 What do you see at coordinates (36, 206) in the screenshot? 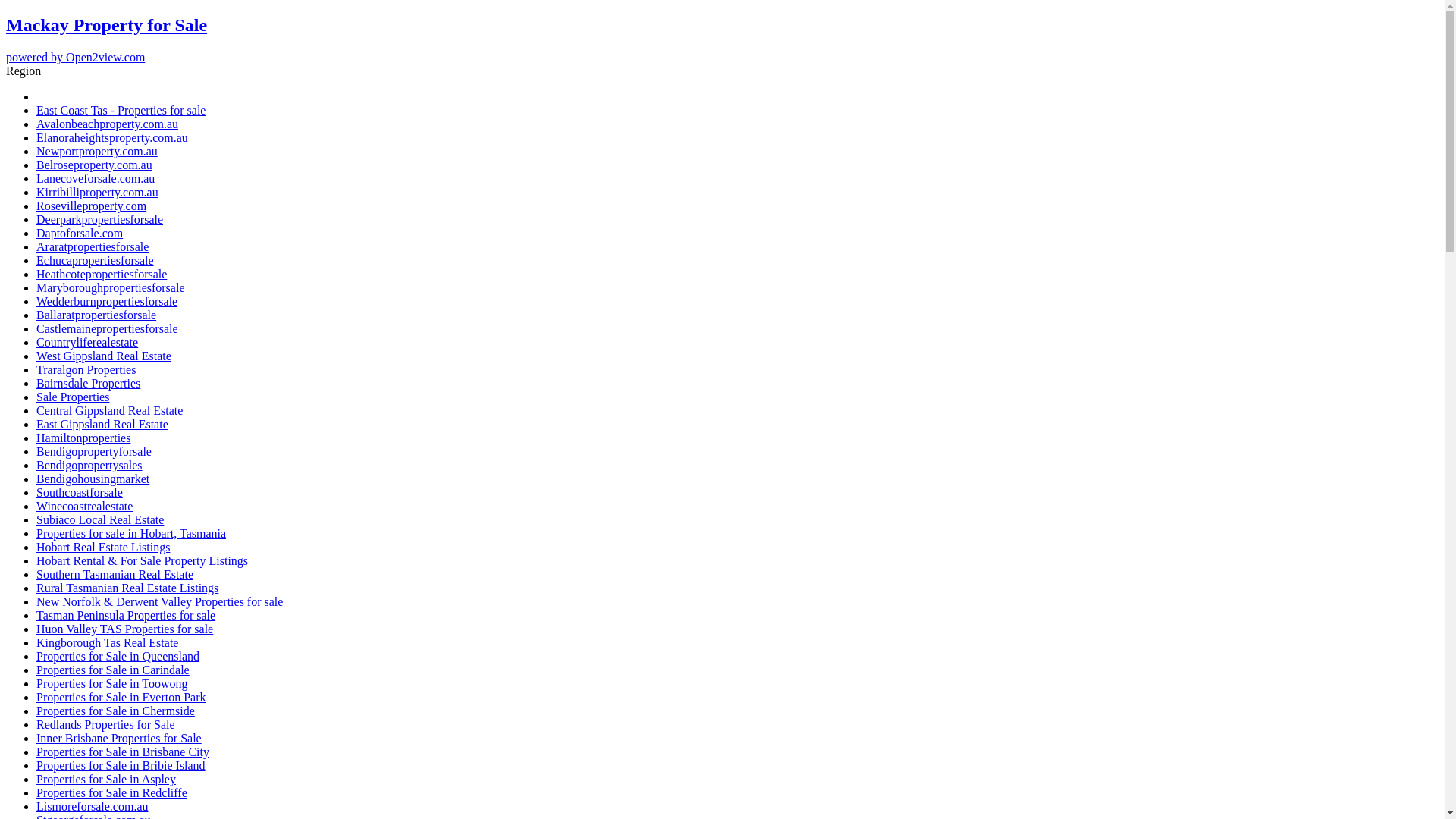
I see `'Rosevilleproperty.com'` at bounding box center [36, 206].